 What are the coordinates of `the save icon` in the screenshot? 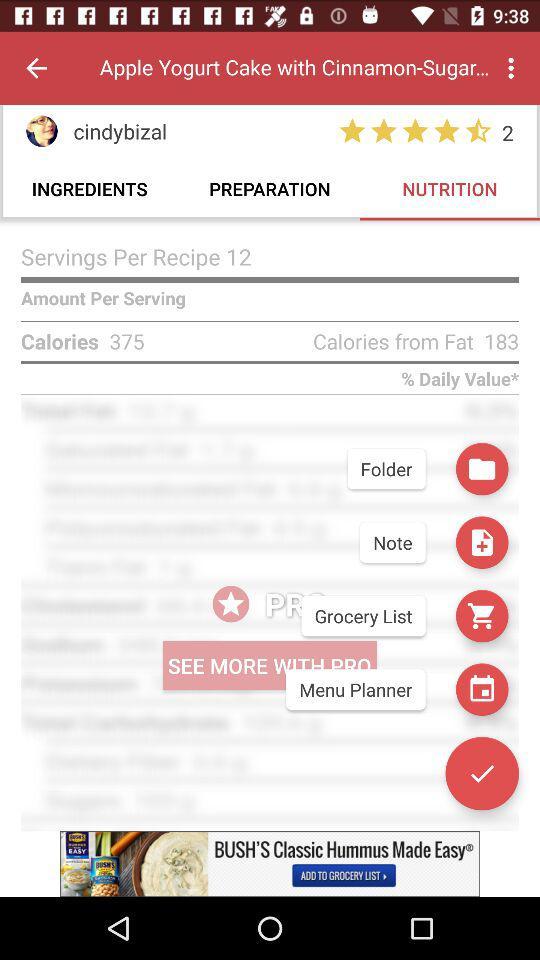 It's located at (481, 542).